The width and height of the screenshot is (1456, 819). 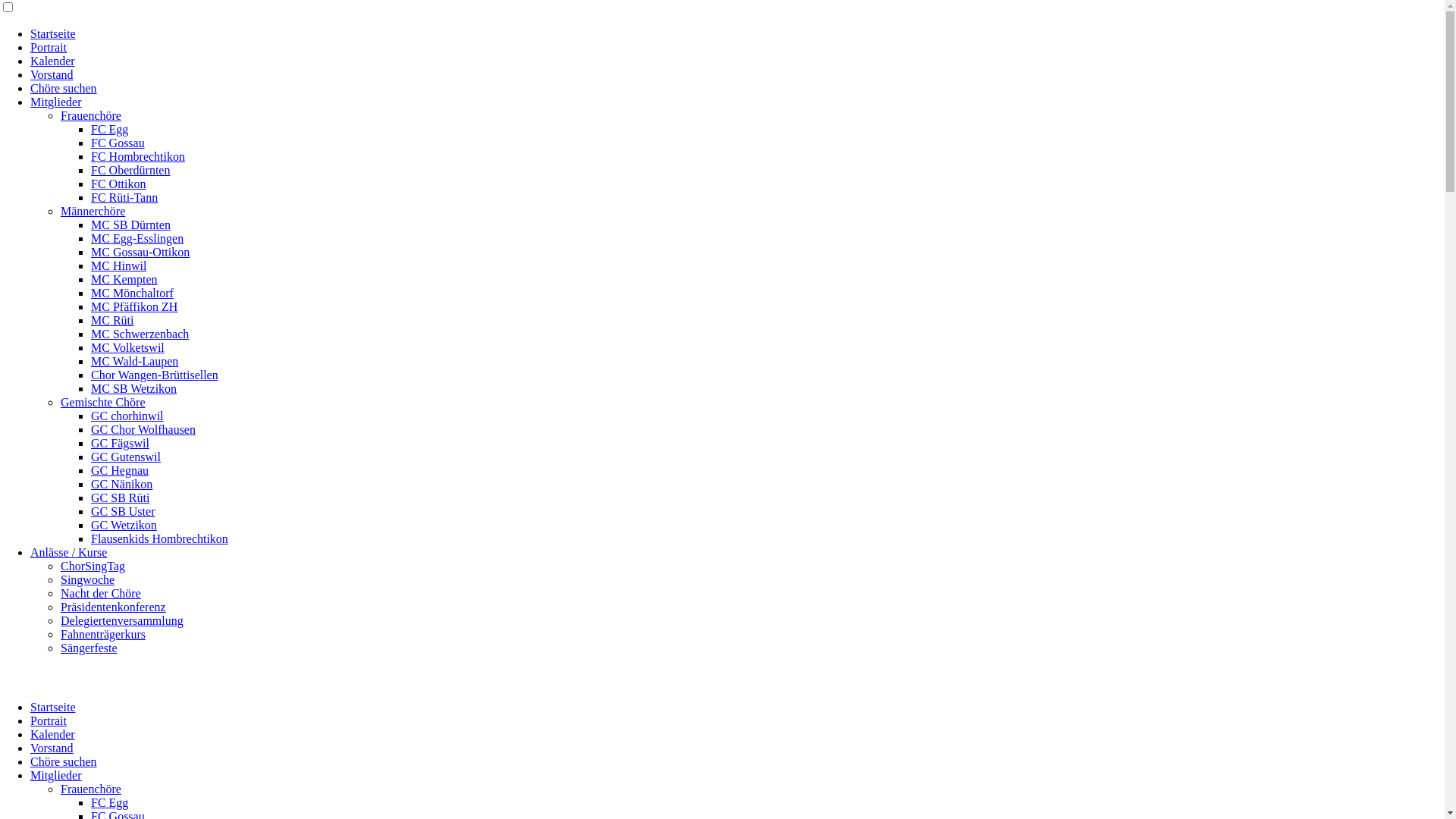 What do you see at coordinates (90, 183) in the screenshot?
I see `'FC Ottikon'` at bounding box center [90, 183].